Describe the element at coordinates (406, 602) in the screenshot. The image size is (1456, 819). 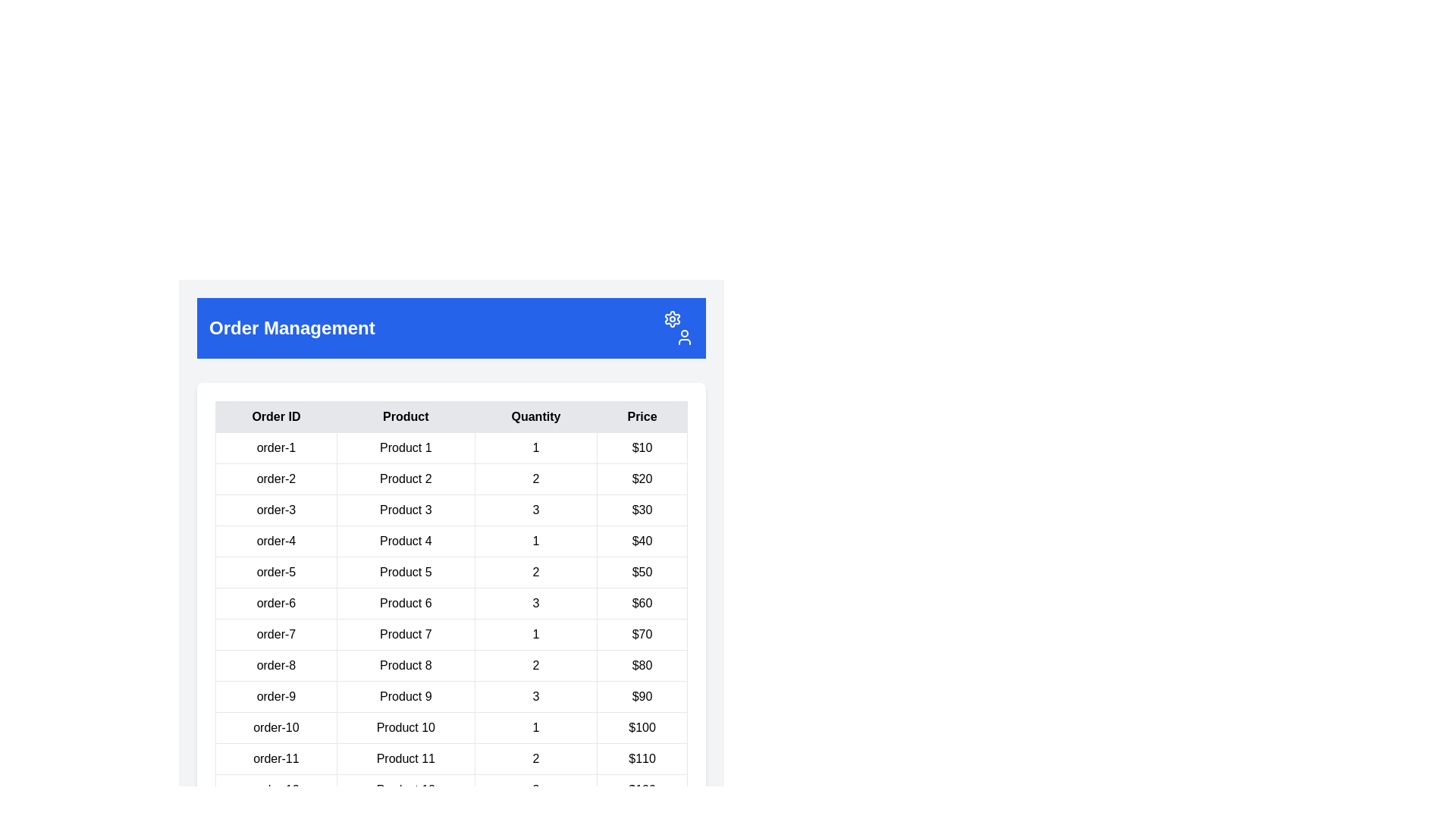
I see `the Table Cell that displays the name of the product associated with order-6, located in the second column of the sixth row in the 'Order Management' table` at that location.